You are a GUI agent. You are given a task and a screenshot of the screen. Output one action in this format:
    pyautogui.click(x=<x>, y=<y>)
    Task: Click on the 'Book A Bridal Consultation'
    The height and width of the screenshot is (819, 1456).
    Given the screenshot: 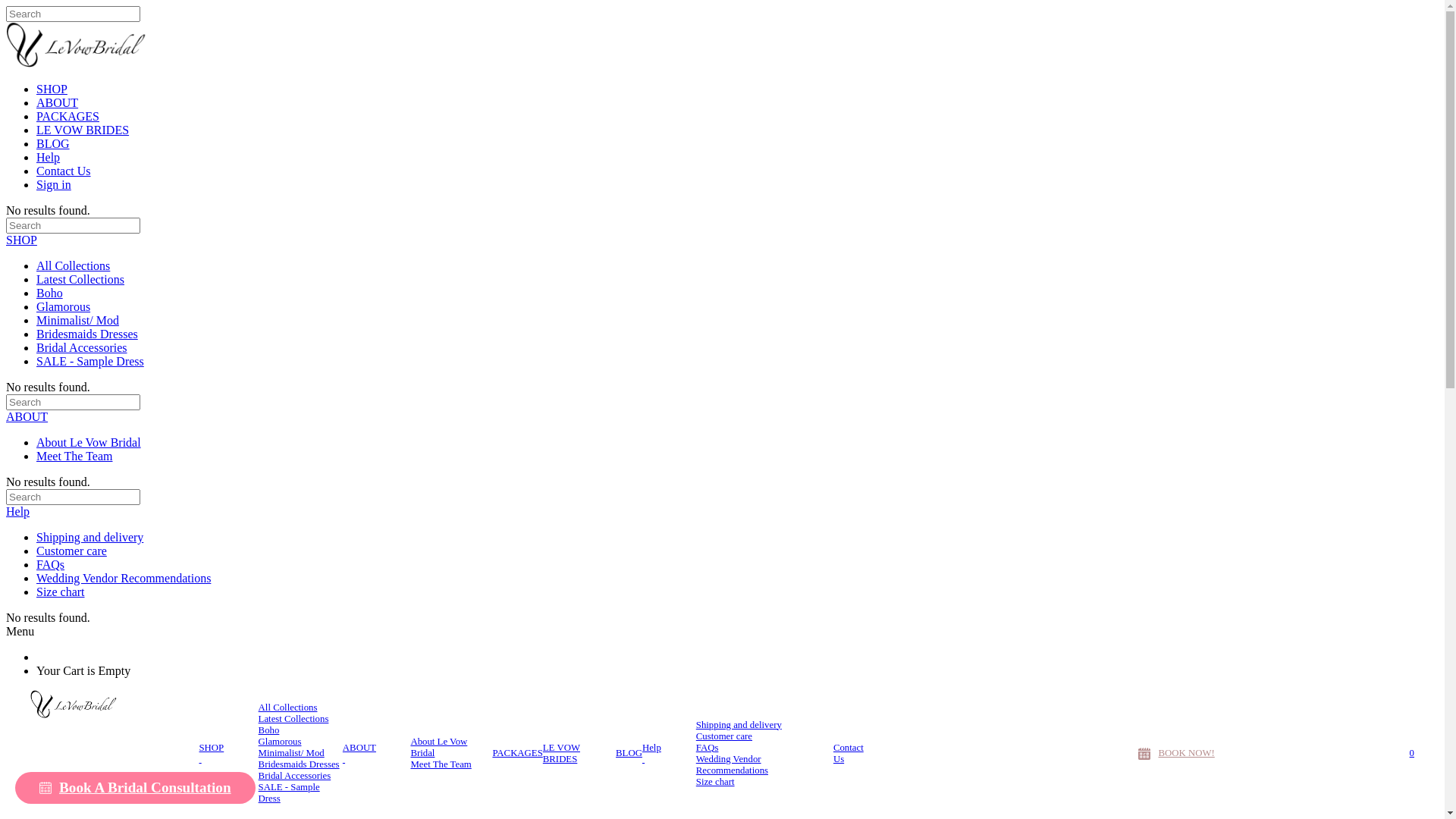 What is the action you would take?
    pyautogui.click(x=135, y=786)
    